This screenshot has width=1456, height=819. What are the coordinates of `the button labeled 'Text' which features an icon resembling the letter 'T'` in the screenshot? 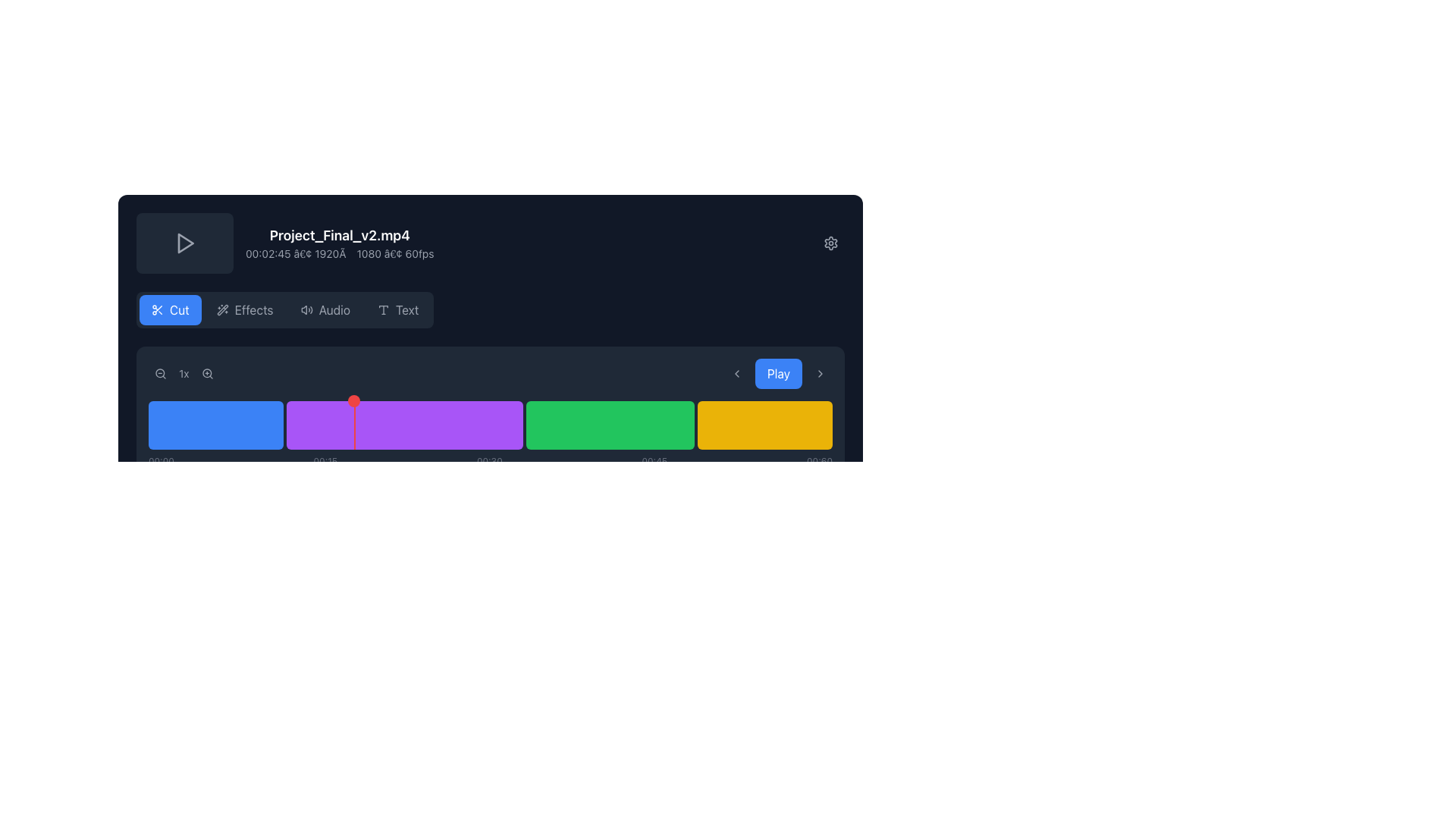 It's located at (398, 309).